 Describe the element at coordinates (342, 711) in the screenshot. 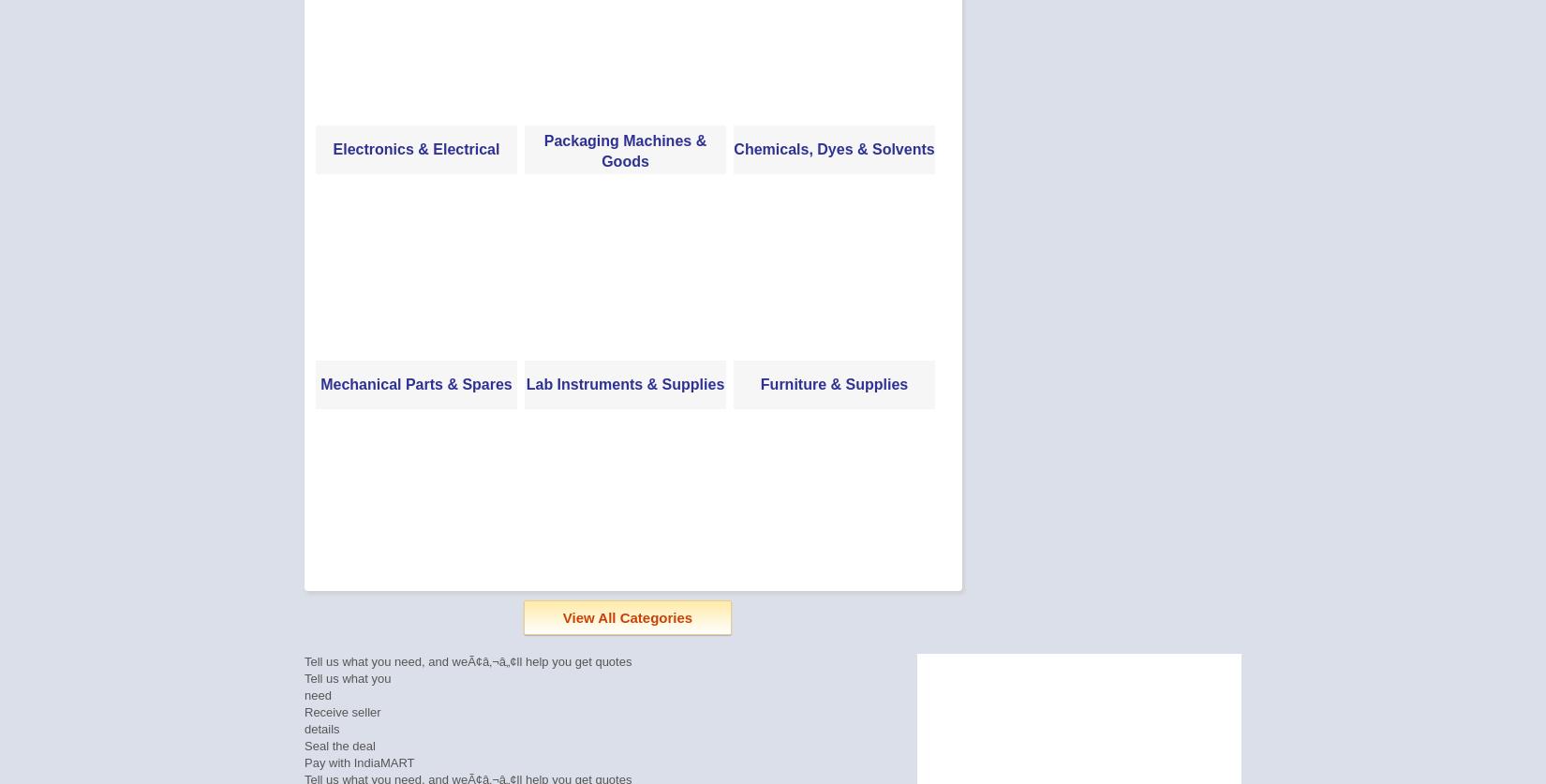

I see `'Receive seller'` at that location.